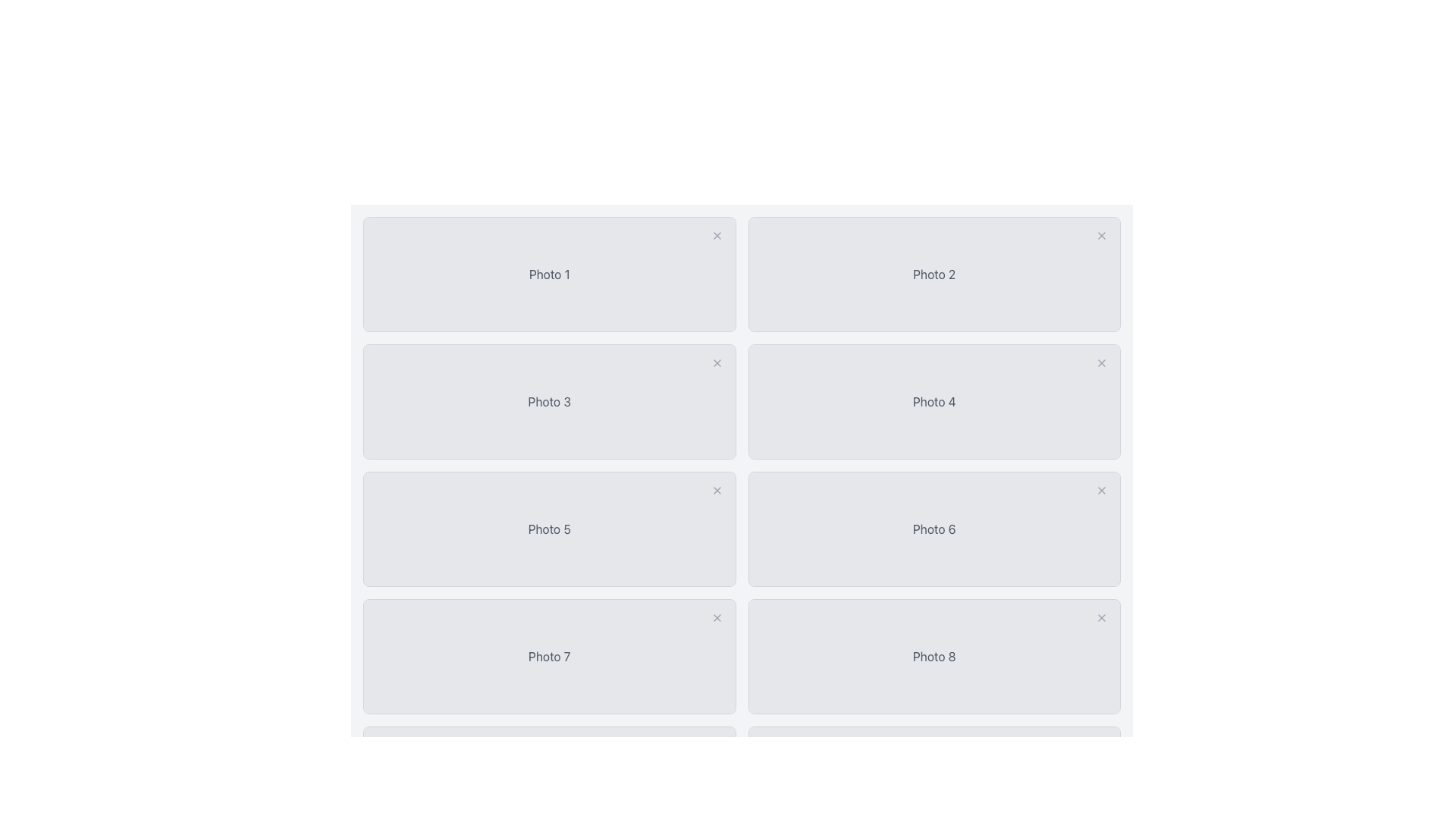  Describe the element at coordinates (716, 362) in the screenshot. I see `the close button in the top right corner of the 'Photo 3' card` at that location.